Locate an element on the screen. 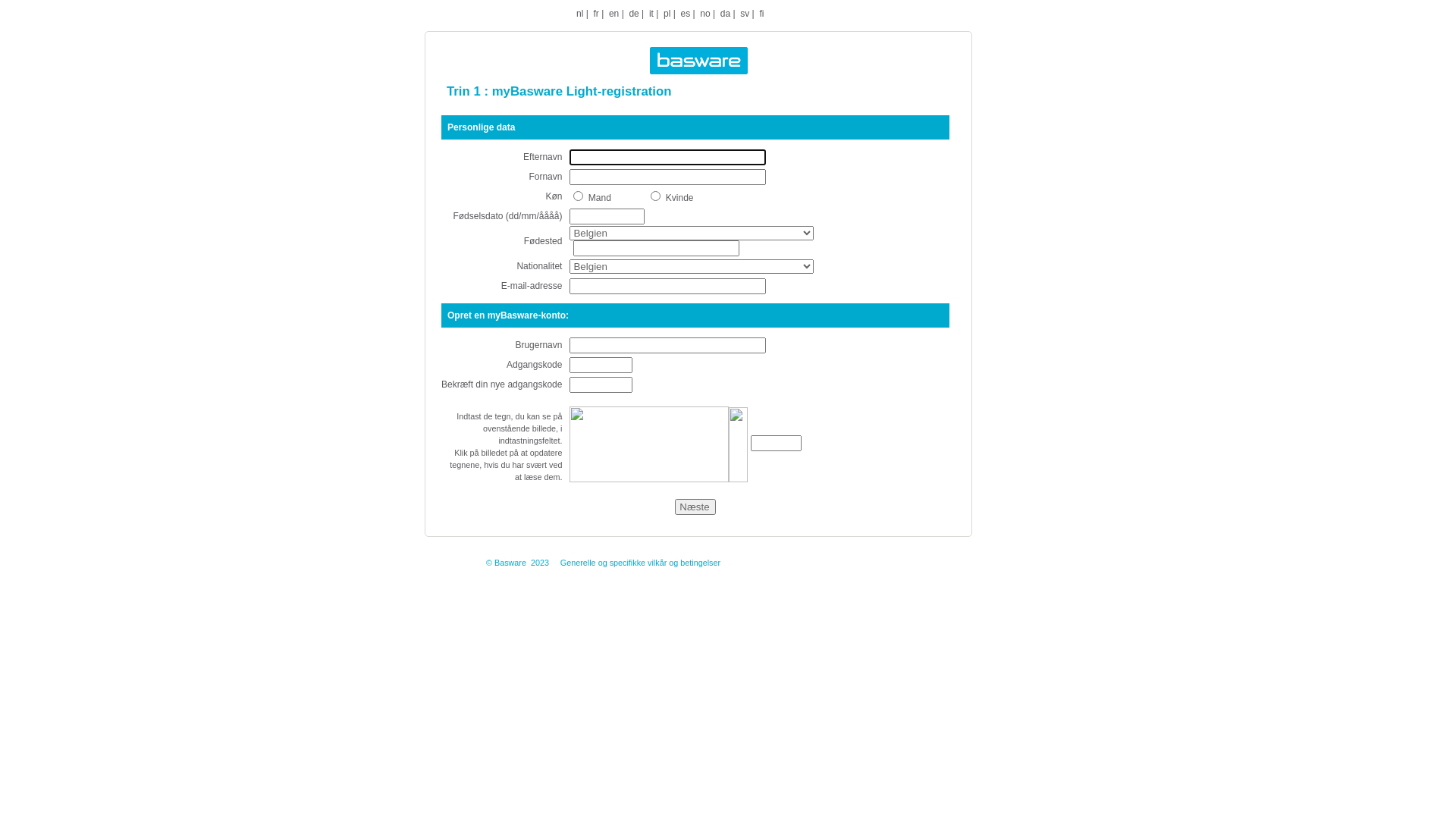 This screenshot has width=1456, height=819. 'no' is located at coordinates (704, 14).